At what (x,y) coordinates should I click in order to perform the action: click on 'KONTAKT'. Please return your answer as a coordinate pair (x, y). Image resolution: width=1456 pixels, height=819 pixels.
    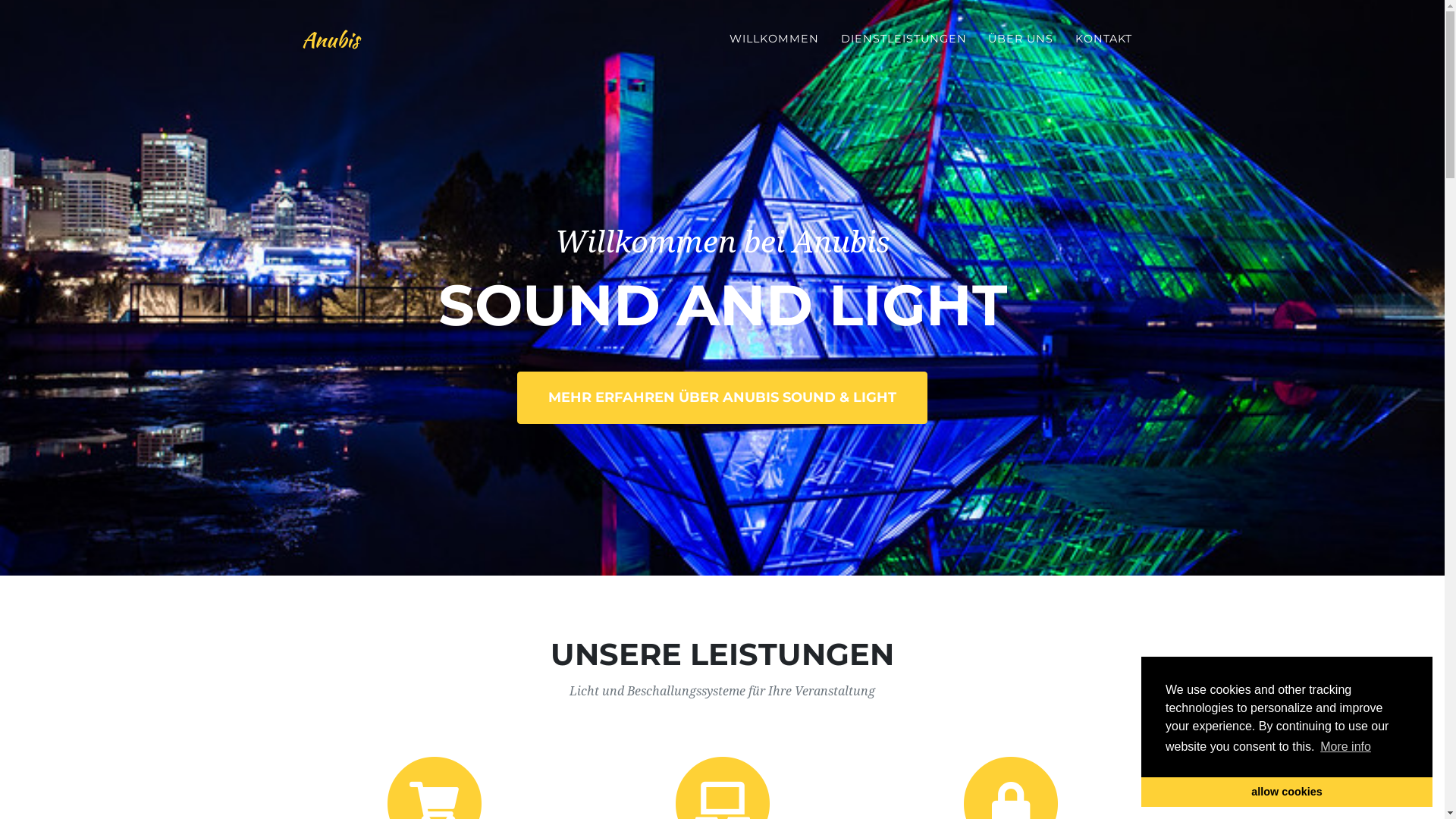
    Looking at the image, I should click on (1103, 38).